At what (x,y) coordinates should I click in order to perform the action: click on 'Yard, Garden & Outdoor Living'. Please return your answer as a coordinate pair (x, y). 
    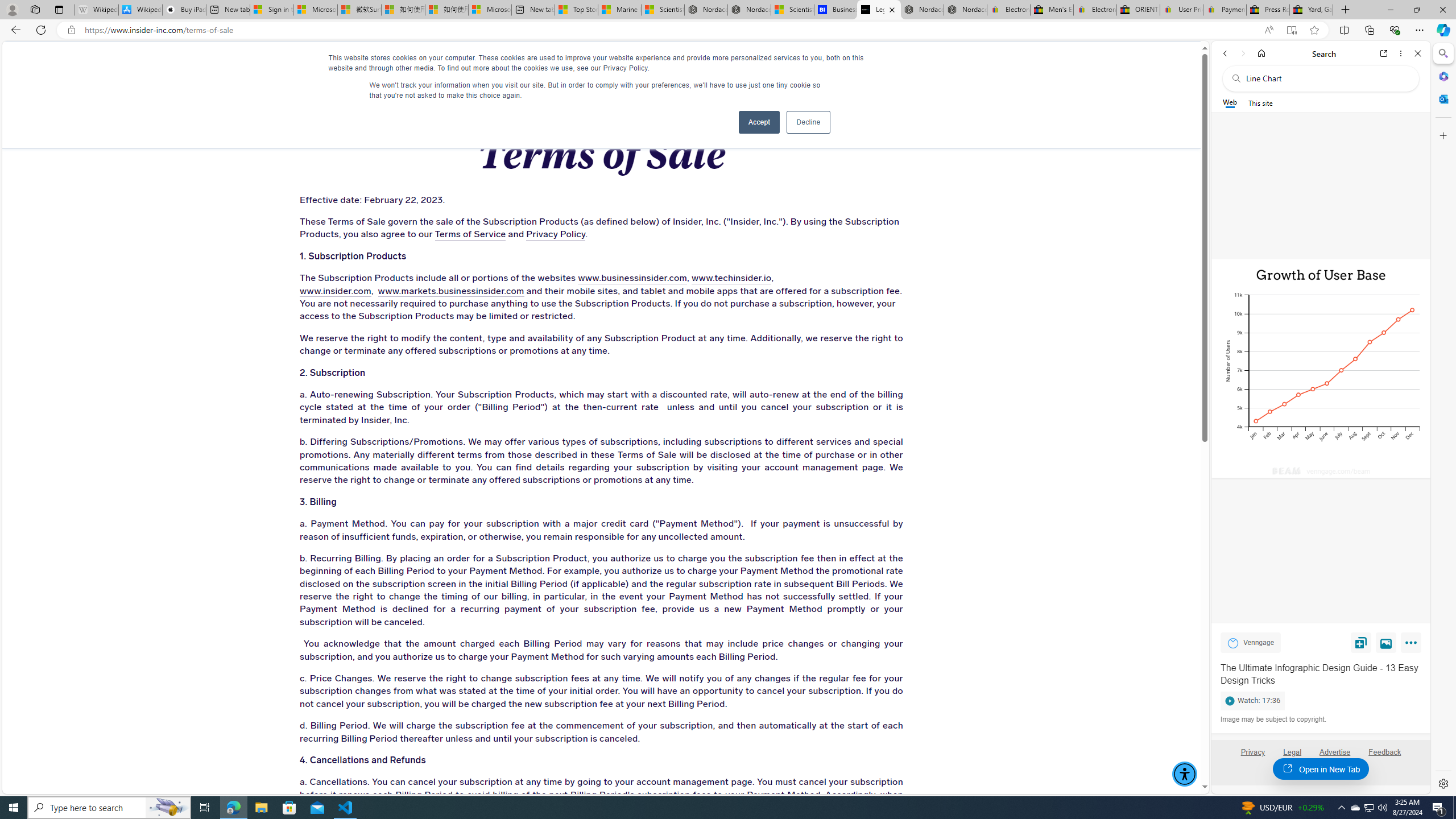
    Looking at the image, I should click on (1310, 9).